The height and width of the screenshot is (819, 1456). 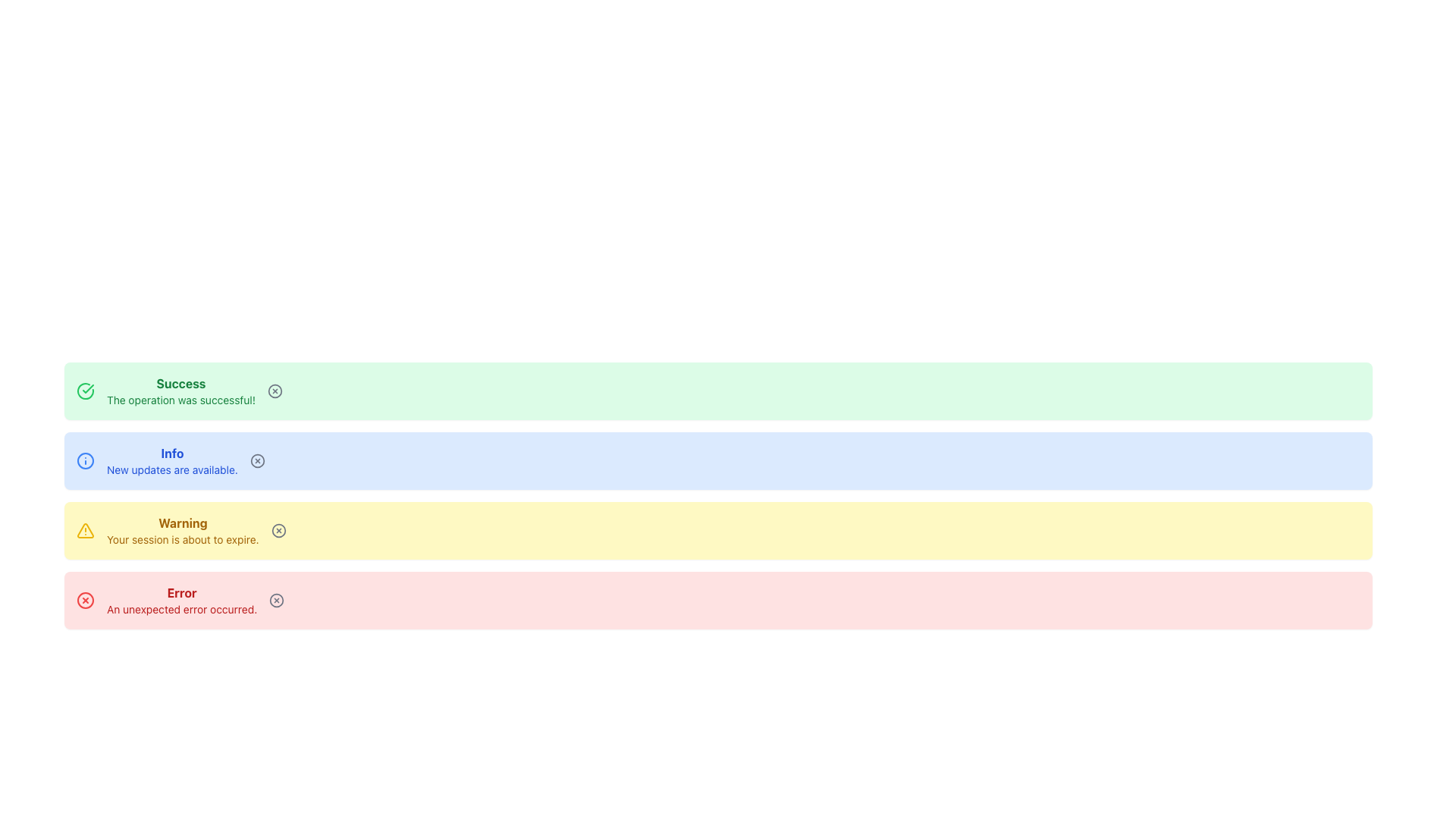 I want to click on the circular close button on the right end of the success alert bar, so click(x=275, y=391).